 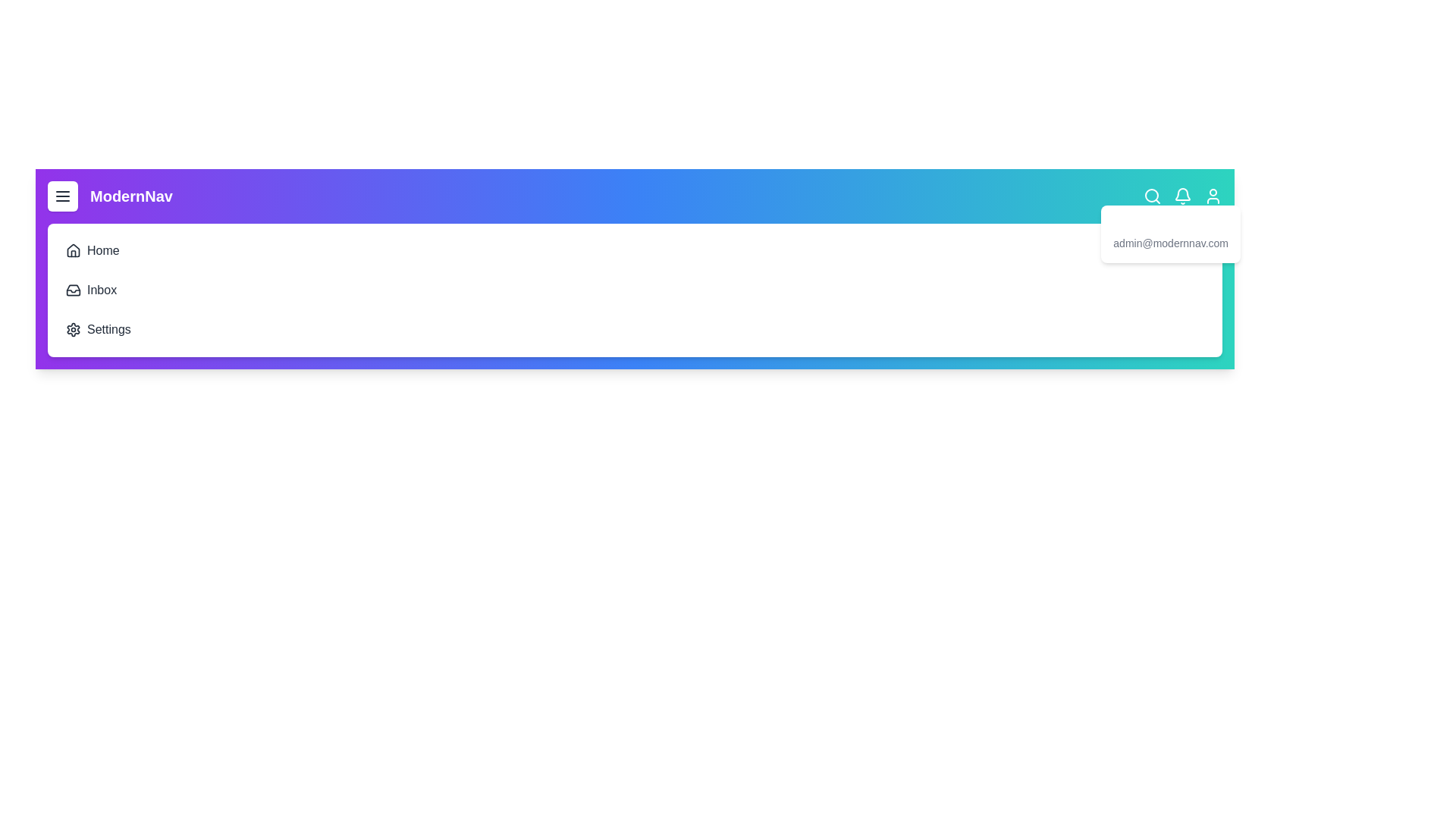 What do you see at coordinates (1153, 195) in the screenshot?
I see `the search icon in the navigation bar` at bounding box center [1153, 195].